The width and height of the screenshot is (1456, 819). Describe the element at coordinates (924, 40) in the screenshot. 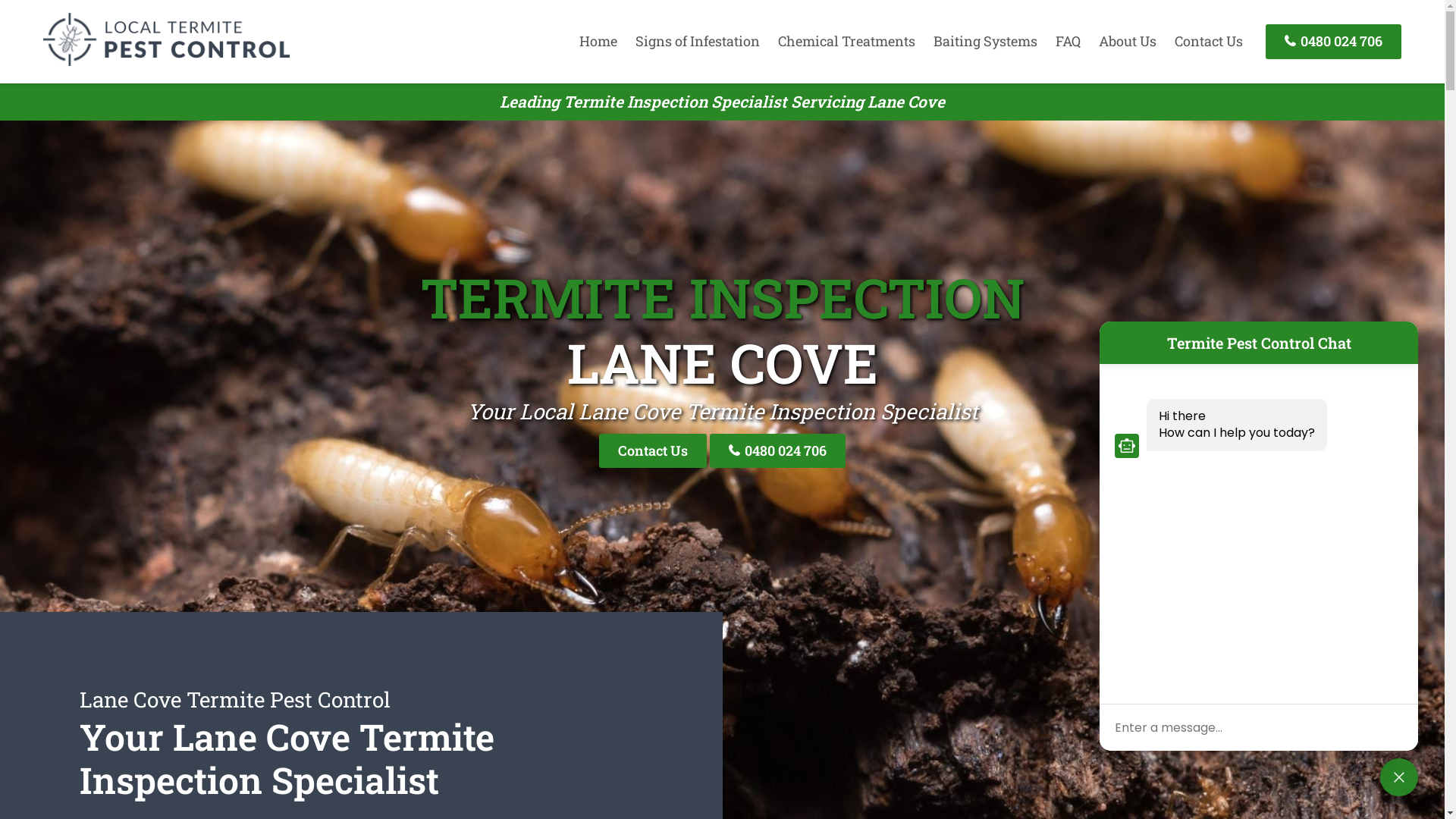

I see `'Baiting Systems'` at that location.